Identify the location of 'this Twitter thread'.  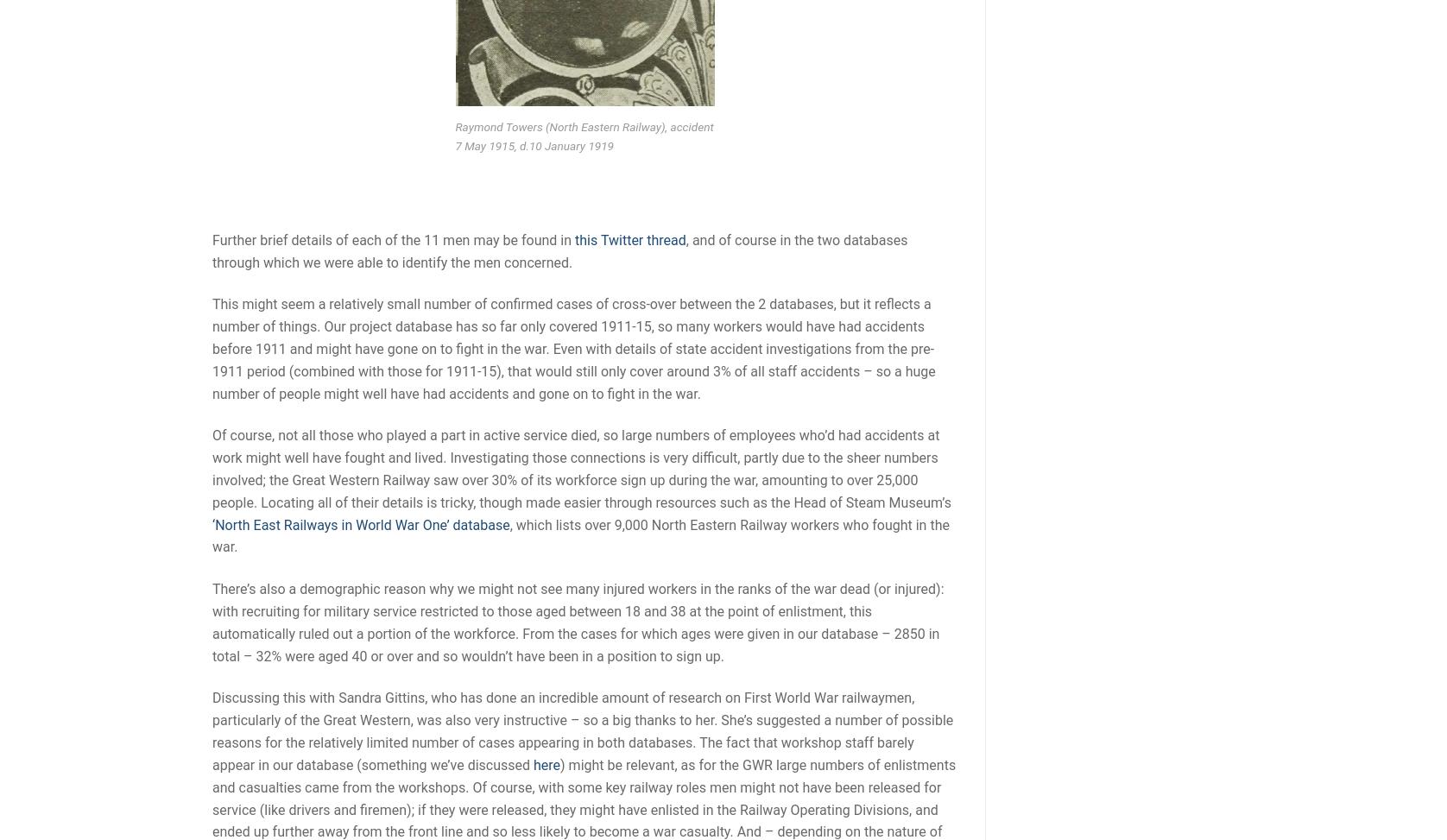
(629, 238).